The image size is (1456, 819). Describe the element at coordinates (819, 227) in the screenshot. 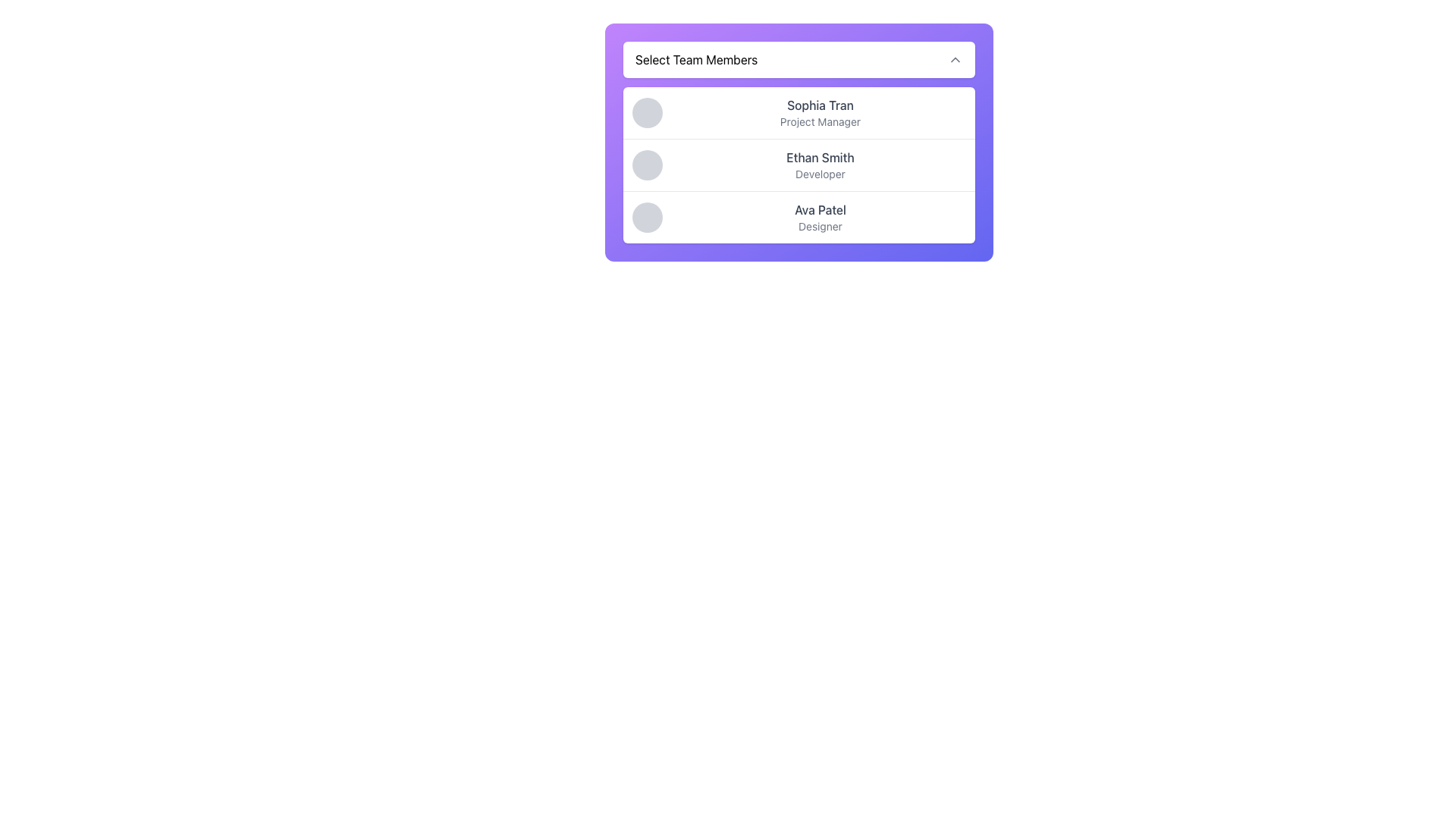

I see `the text label displaying 'Designer' in subtle gray font, located in the third user card under the bold name 'Ava Patel'` at that location.